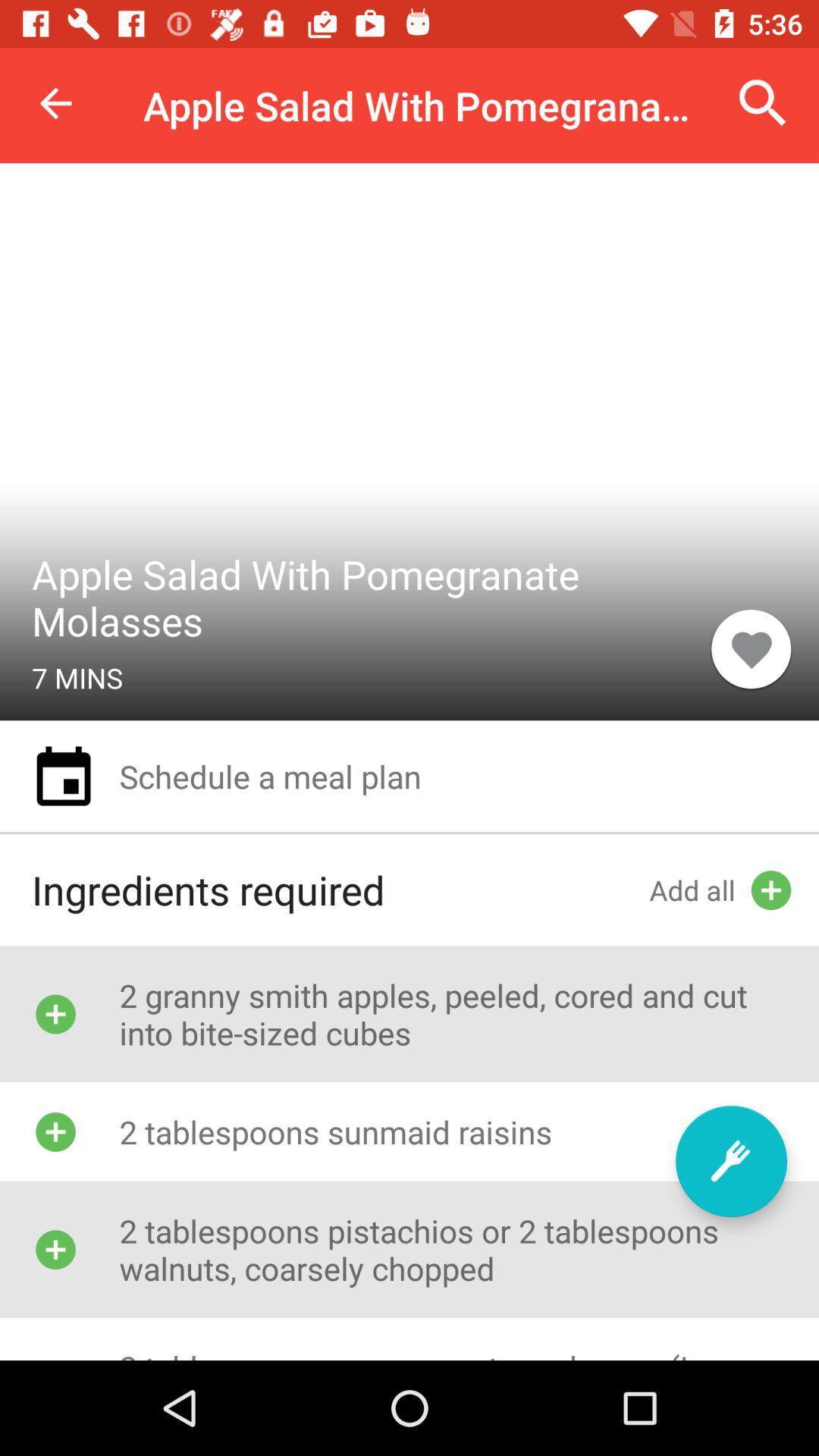  Describe the element at coordinates (751, 648) in the screenshot. I see `icon above the schedule a meal item` at that location.